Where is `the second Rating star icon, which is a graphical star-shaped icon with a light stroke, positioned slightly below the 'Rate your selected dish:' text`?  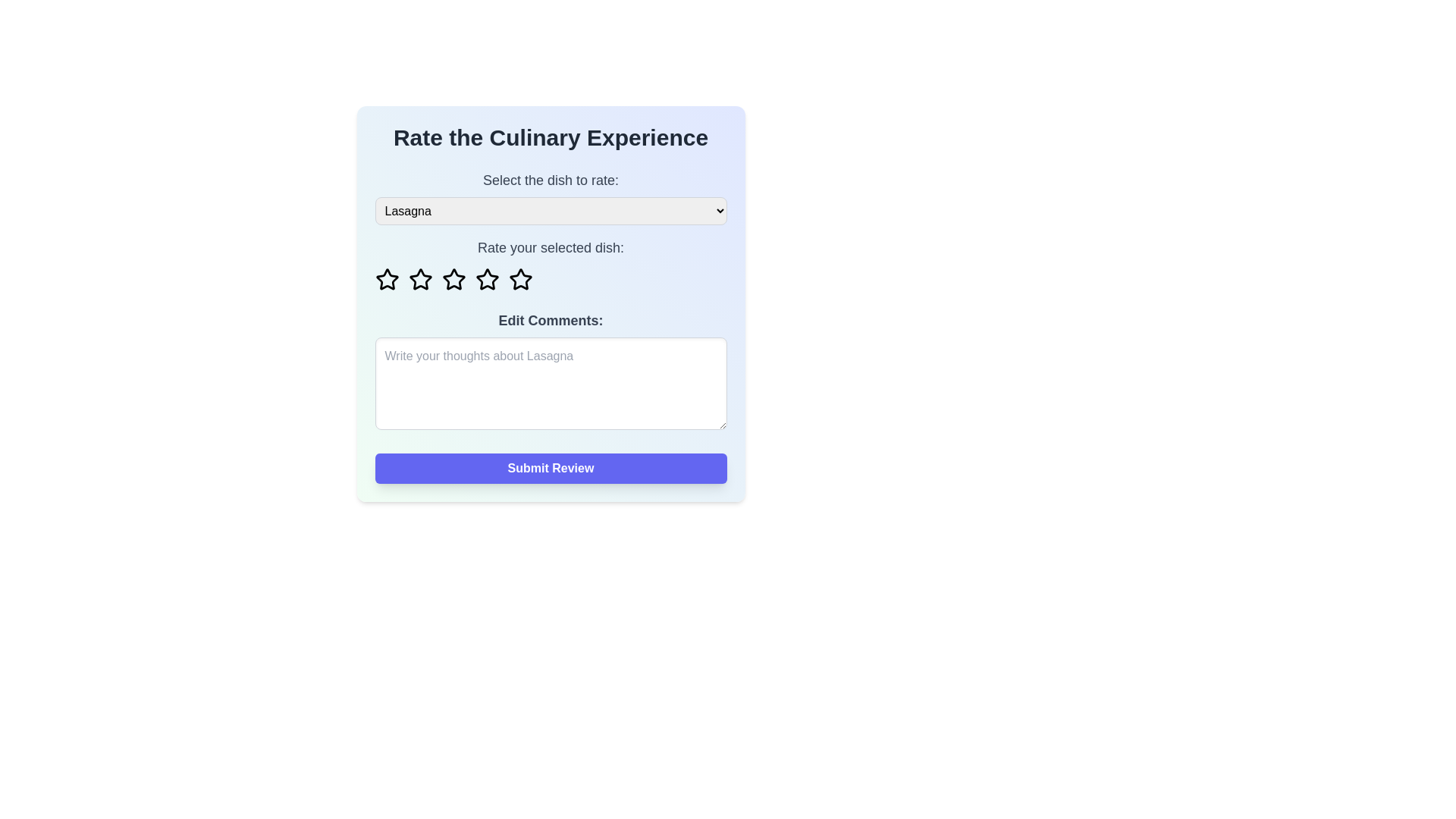 the second Rating star icon, which is a graphical star-shaped icon with a light stroke, positioned slightly below the 'Rate your selected dish:' text is located at coordinates (420, 279).